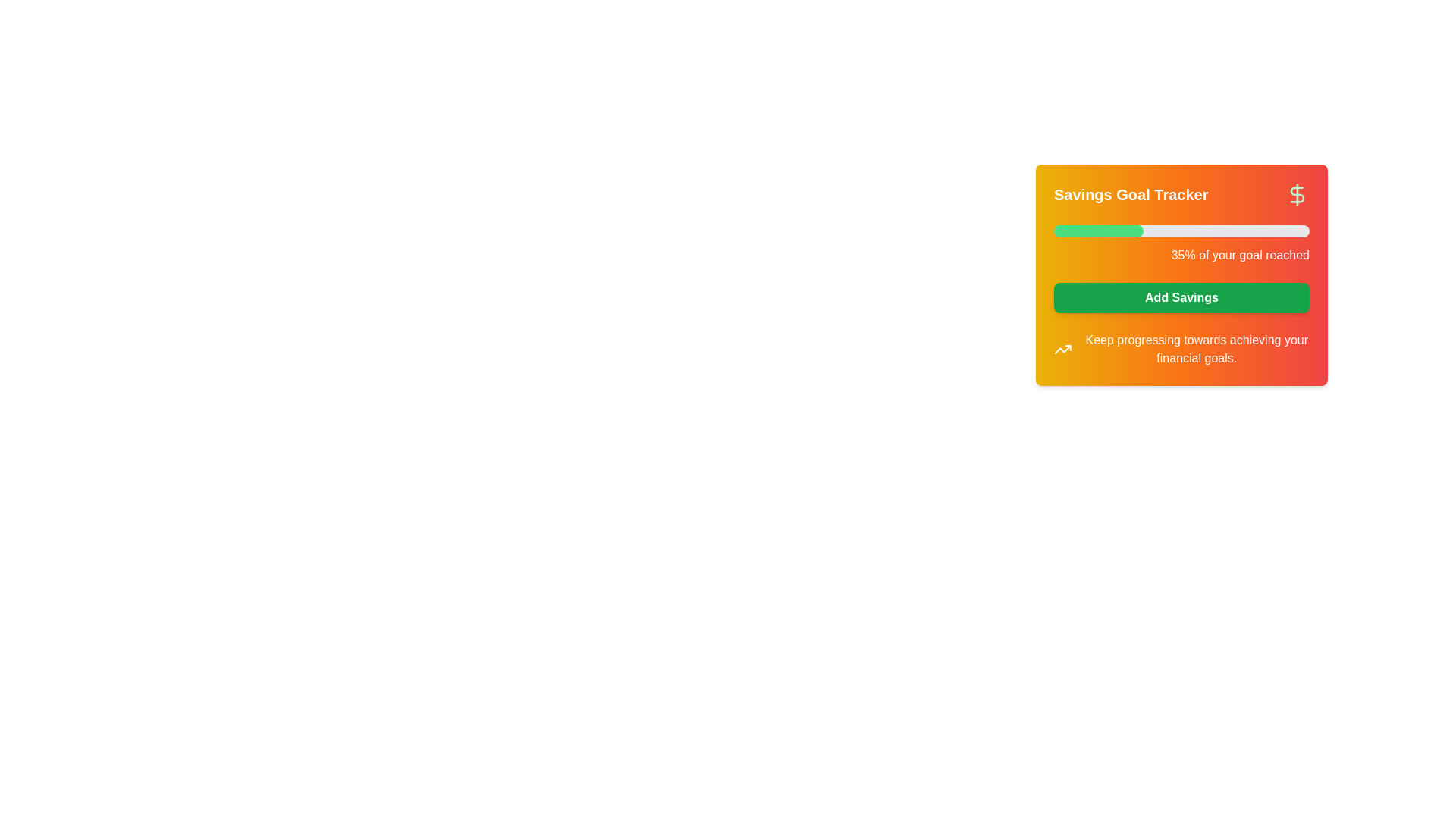 The height and width of the screenshot is (819, 1456). I want to click on the horizontal progress bar with a gray background and green filled segment, located under the 'Savings Goal Tracker' title and above the '35% of your goal reached' text, so click(1181, 231).